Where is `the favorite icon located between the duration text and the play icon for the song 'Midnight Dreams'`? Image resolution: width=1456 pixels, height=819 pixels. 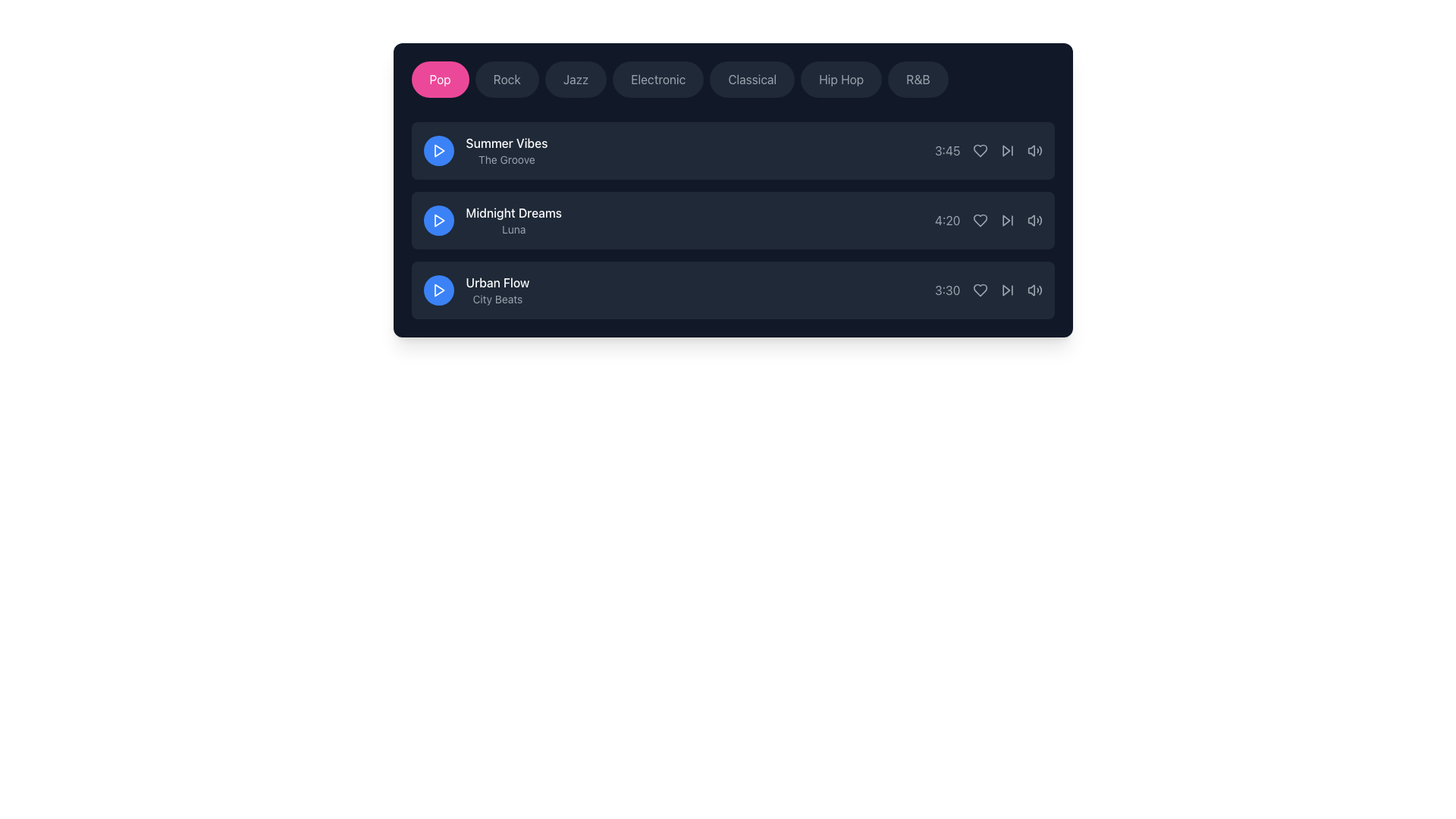
the favorite icon located between the duration text and the play icon for the song 'Midnight Dreams' is located at coordinates (980, 220).